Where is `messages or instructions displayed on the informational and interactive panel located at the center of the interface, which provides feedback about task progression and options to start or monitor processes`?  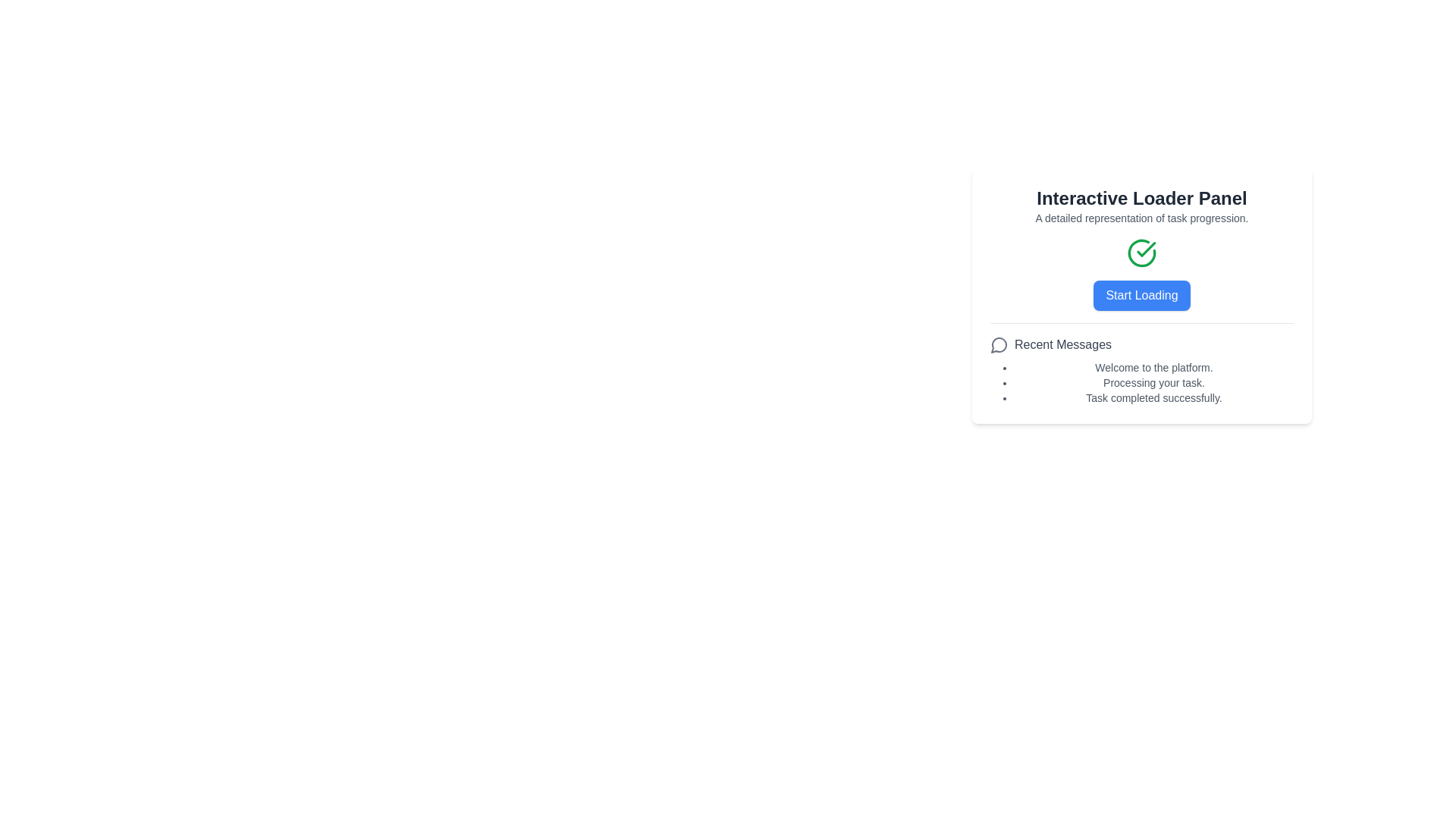
messages or instructions displayed on the informational and interactive panel located at the center of the interface, which provides feedback about task progression and options to start or monitor processes is located at coordinates (1142, 295).